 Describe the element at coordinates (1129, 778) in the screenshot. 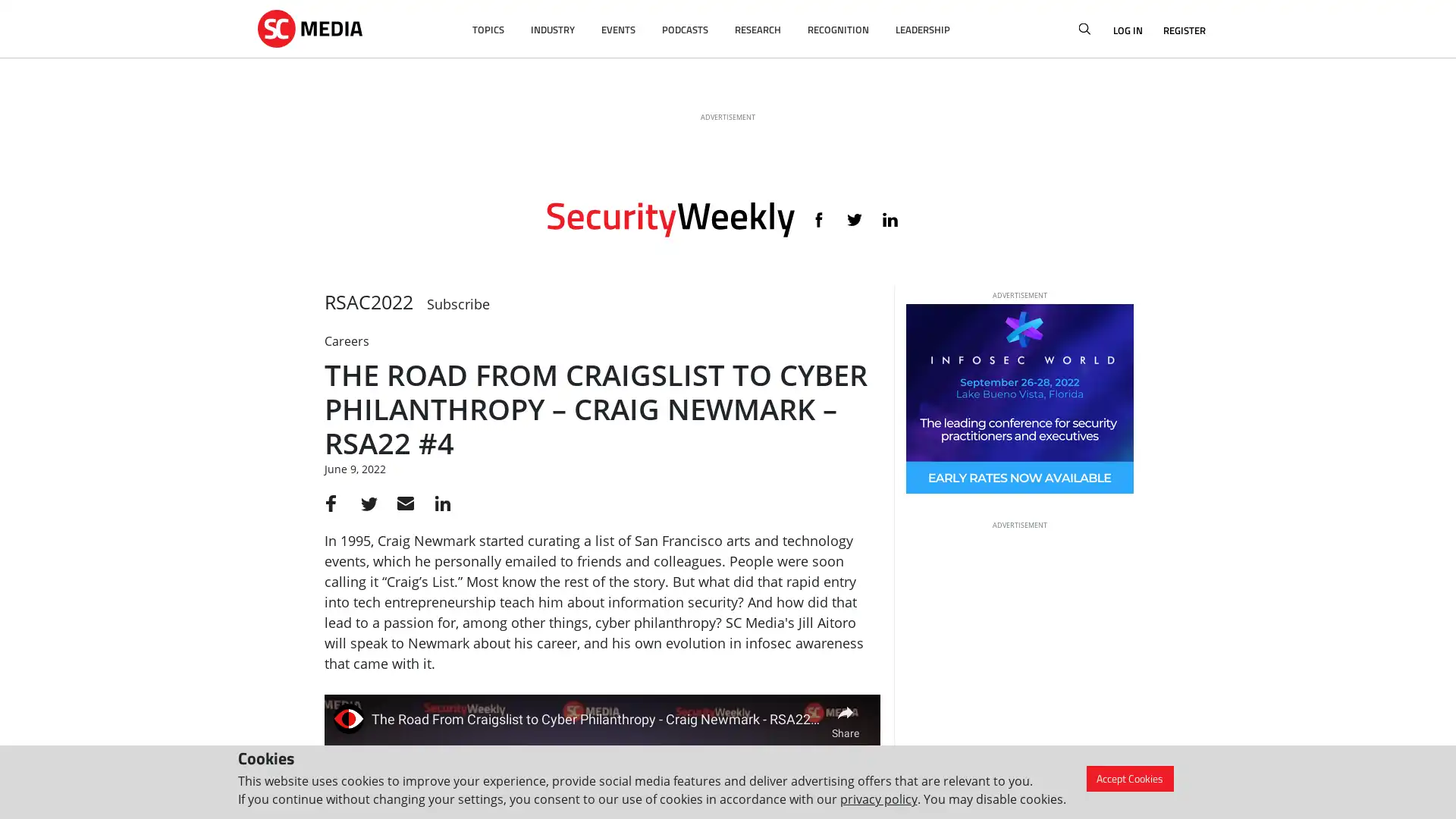

I see `Accept cookies` at that location.